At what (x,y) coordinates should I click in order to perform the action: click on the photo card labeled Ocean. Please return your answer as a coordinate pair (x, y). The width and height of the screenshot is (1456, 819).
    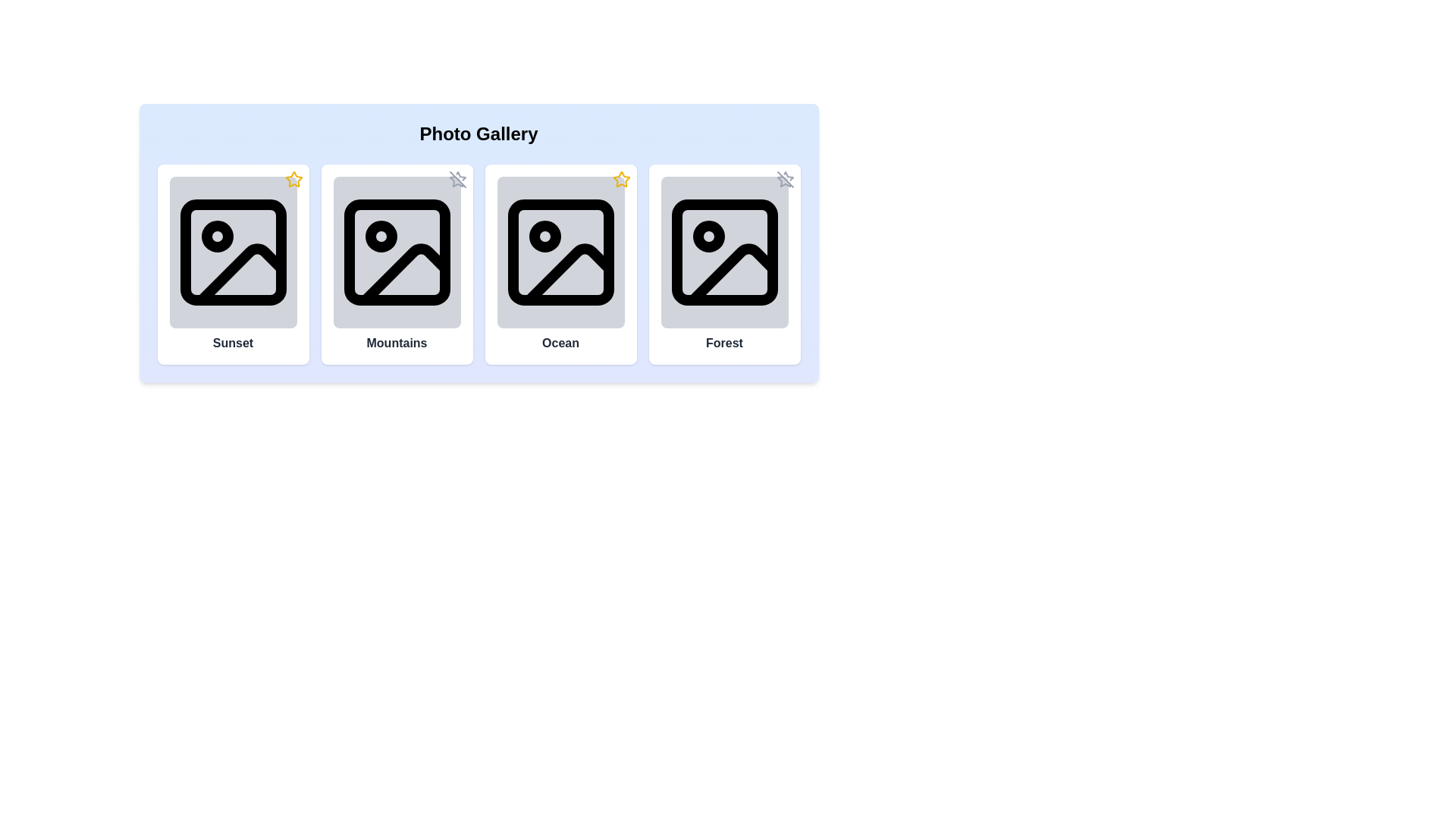
    Looking at the image, I should click on (560, 263).